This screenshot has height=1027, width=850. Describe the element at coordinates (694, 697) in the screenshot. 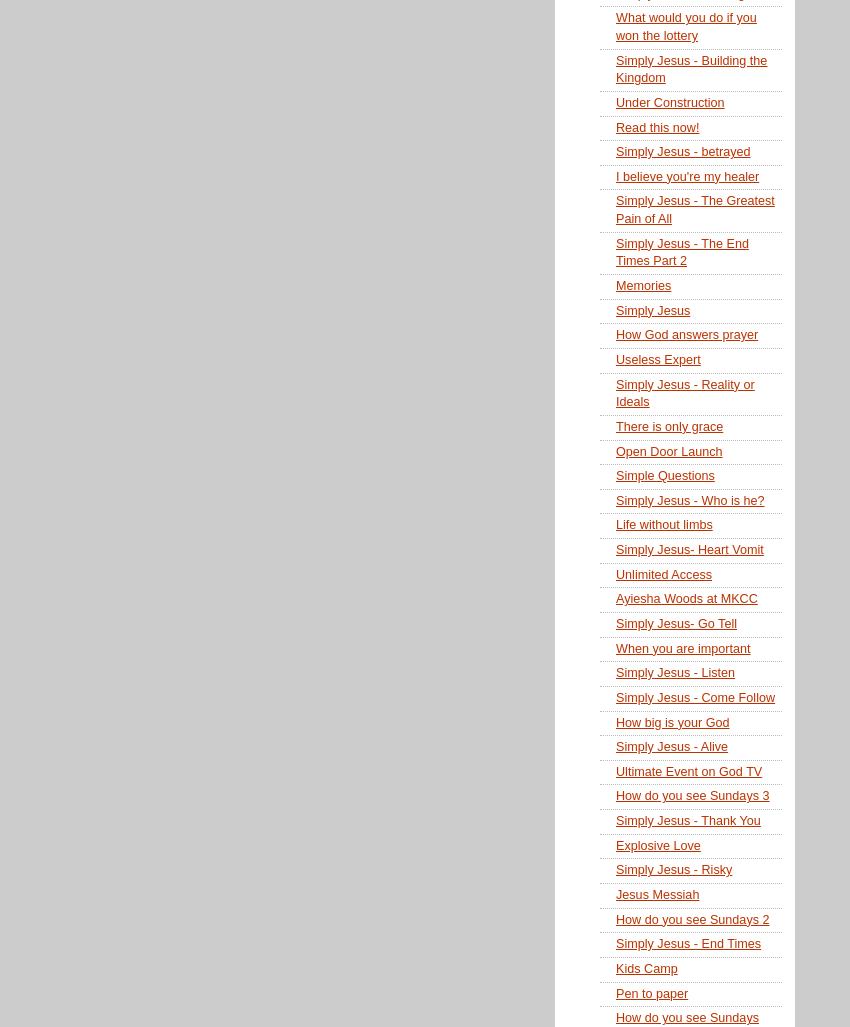

I see `'Simply Jesus - Come Follow'` at that location.